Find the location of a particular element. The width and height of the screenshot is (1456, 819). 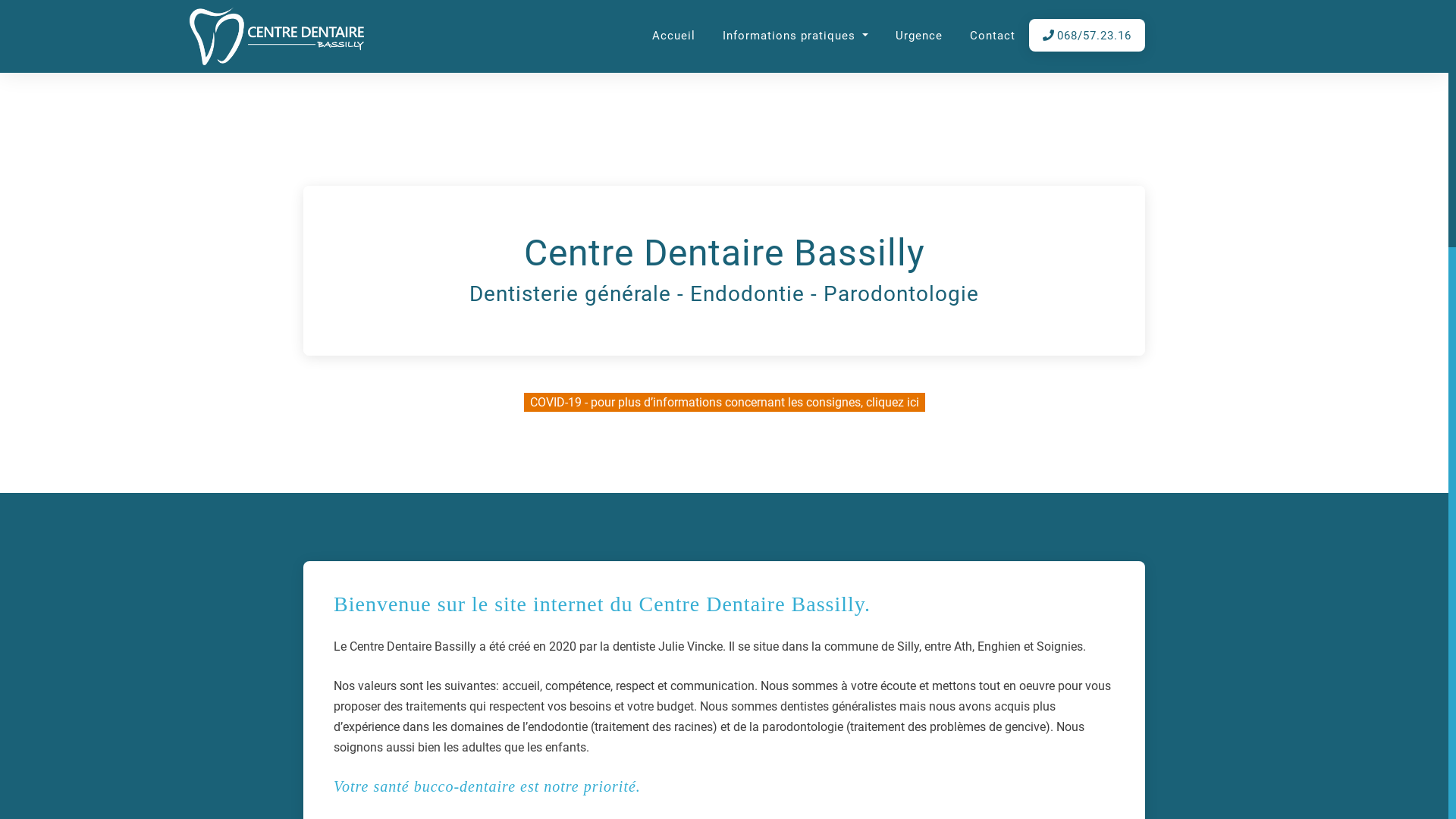

'Accueil' is located at coordinates (673, 36).